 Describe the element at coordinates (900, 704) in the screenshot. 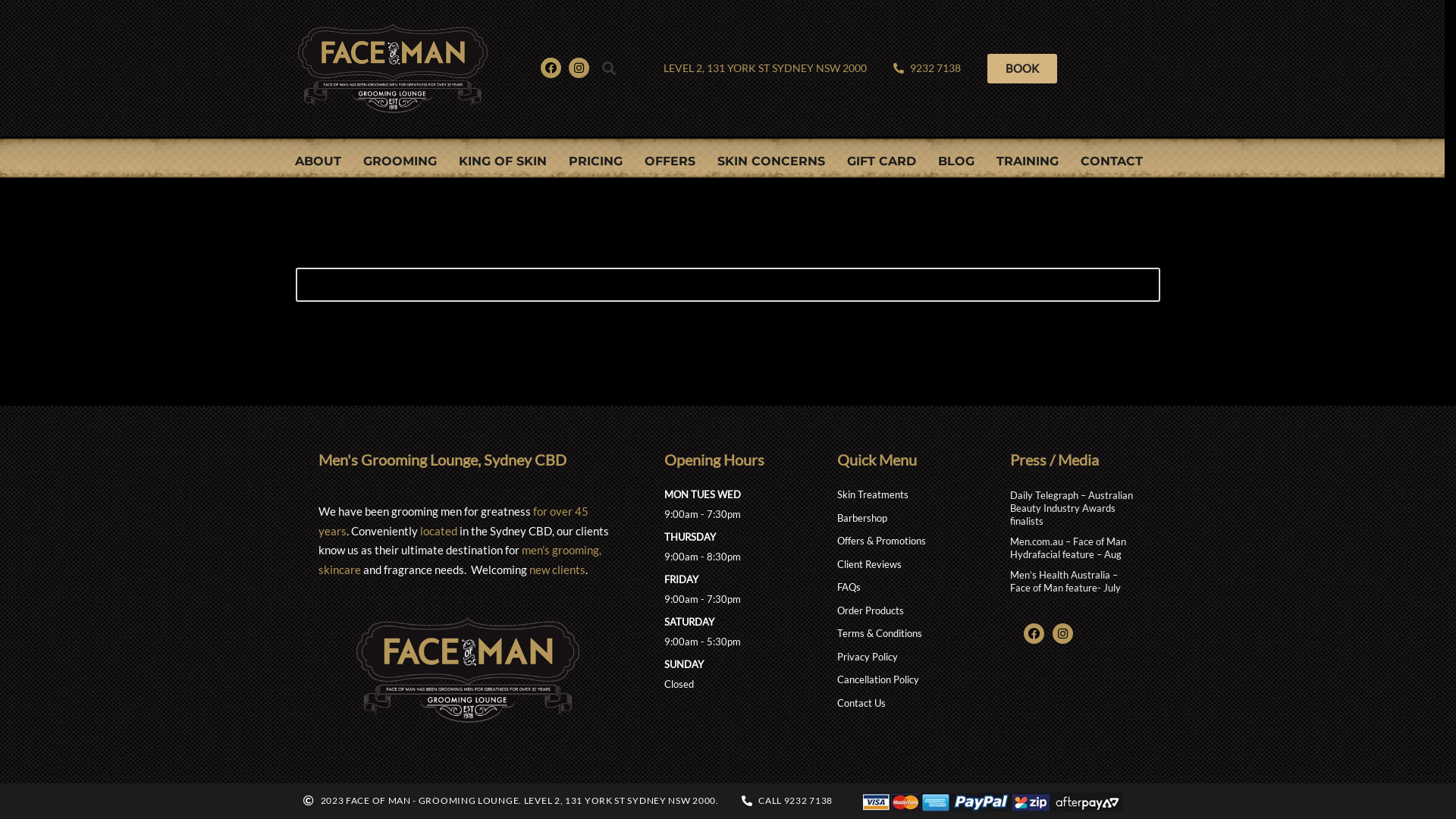

I see `'Contact Us'` at that location.